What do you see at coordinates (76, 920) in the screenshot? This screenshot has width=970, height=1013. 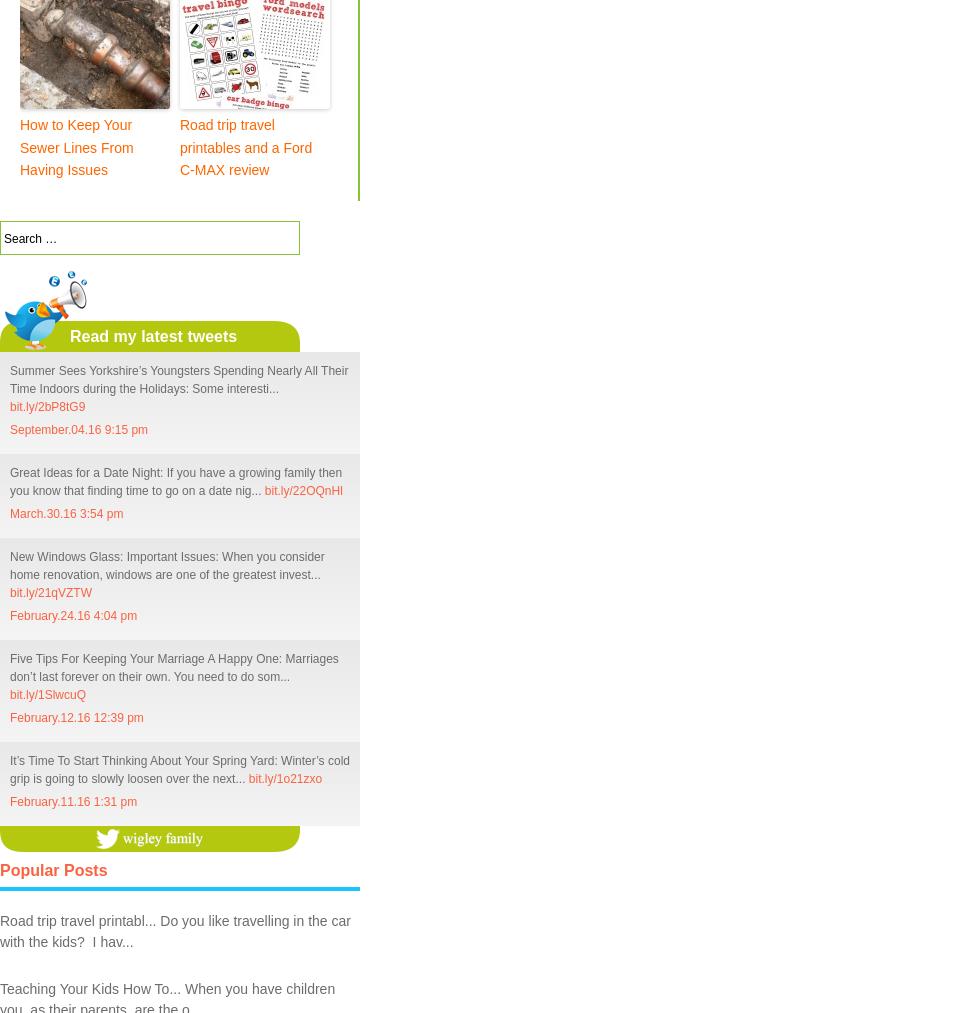 I see `'Road trip travel printabl...'` at bounding box center [76, 920].